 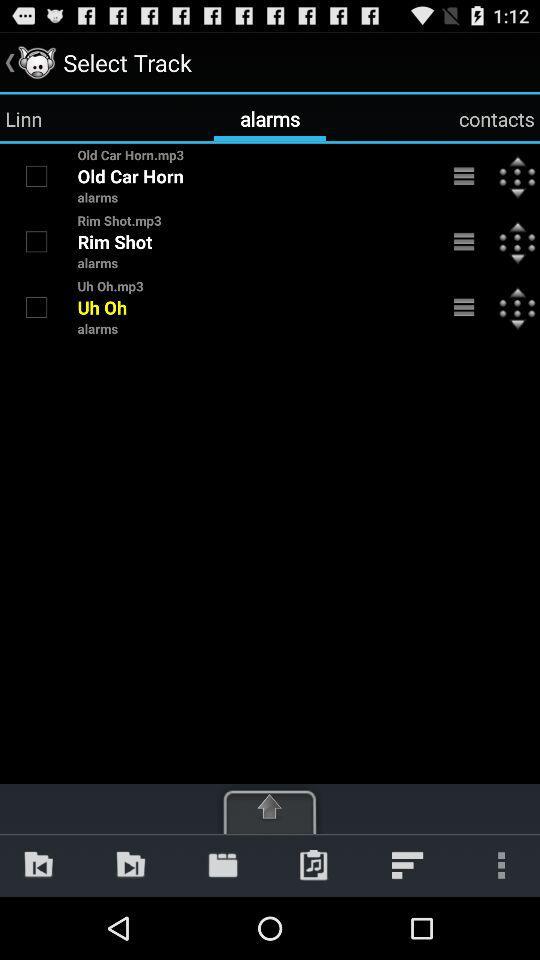 I want to click on rim shot alarm, so click(x=36, y=240).